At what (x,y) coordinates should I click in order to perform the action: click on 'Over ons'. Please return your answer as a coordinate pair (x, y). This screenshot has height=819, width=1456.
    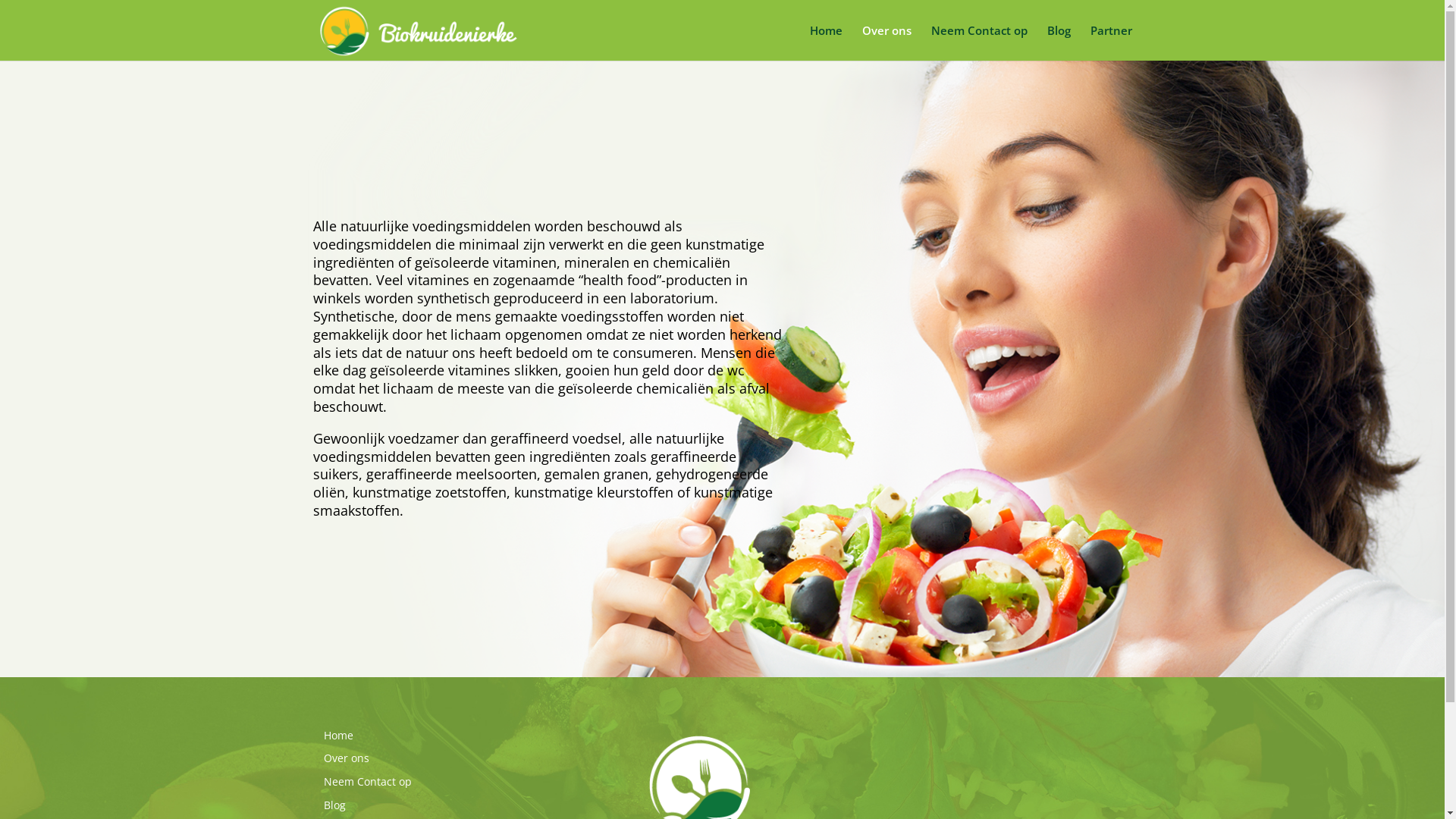
    Looking at the image, I should click on (345, 758).